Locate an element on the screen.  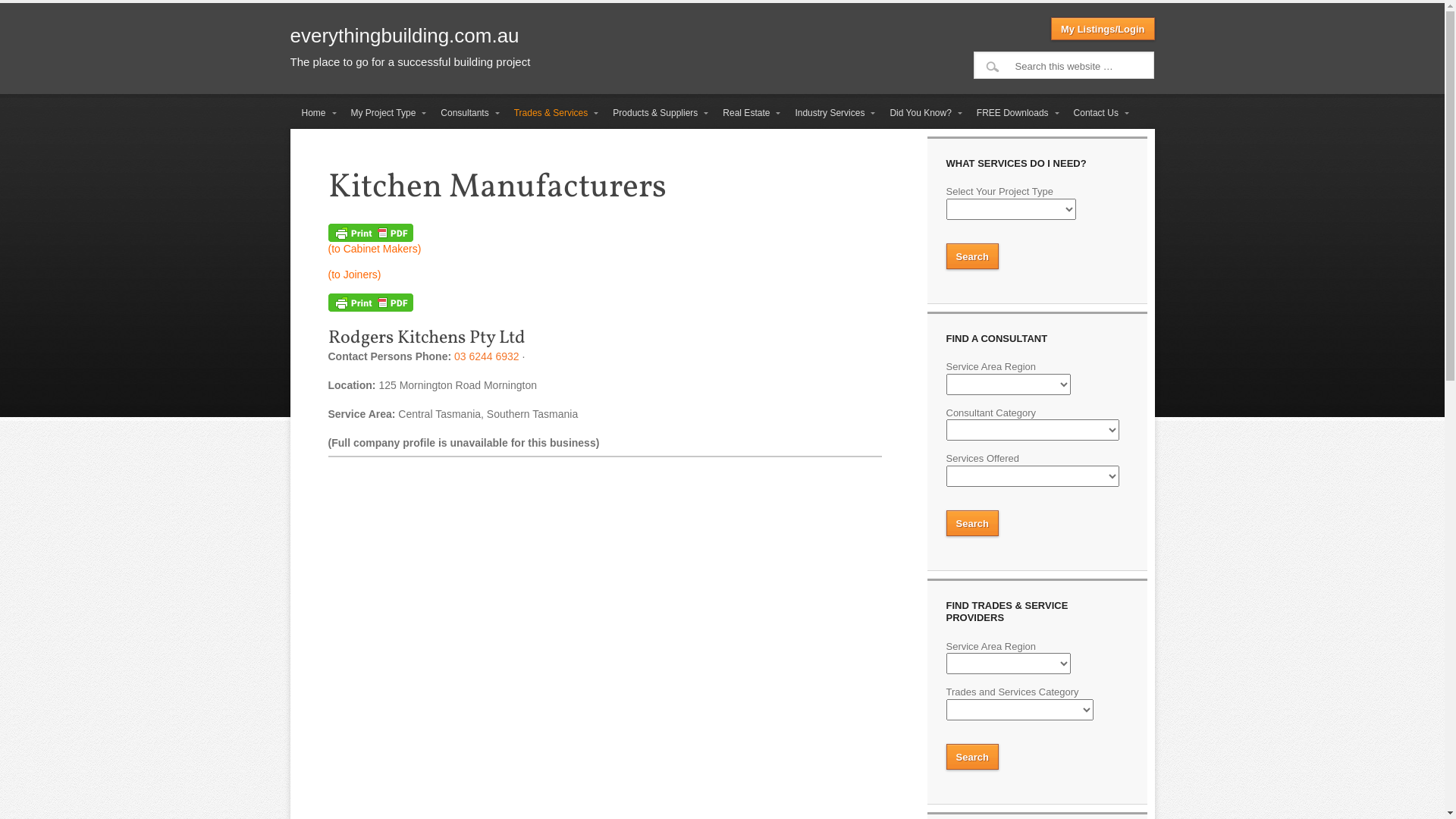
'My Listings/Login' is located at coordinates (1103, 29).